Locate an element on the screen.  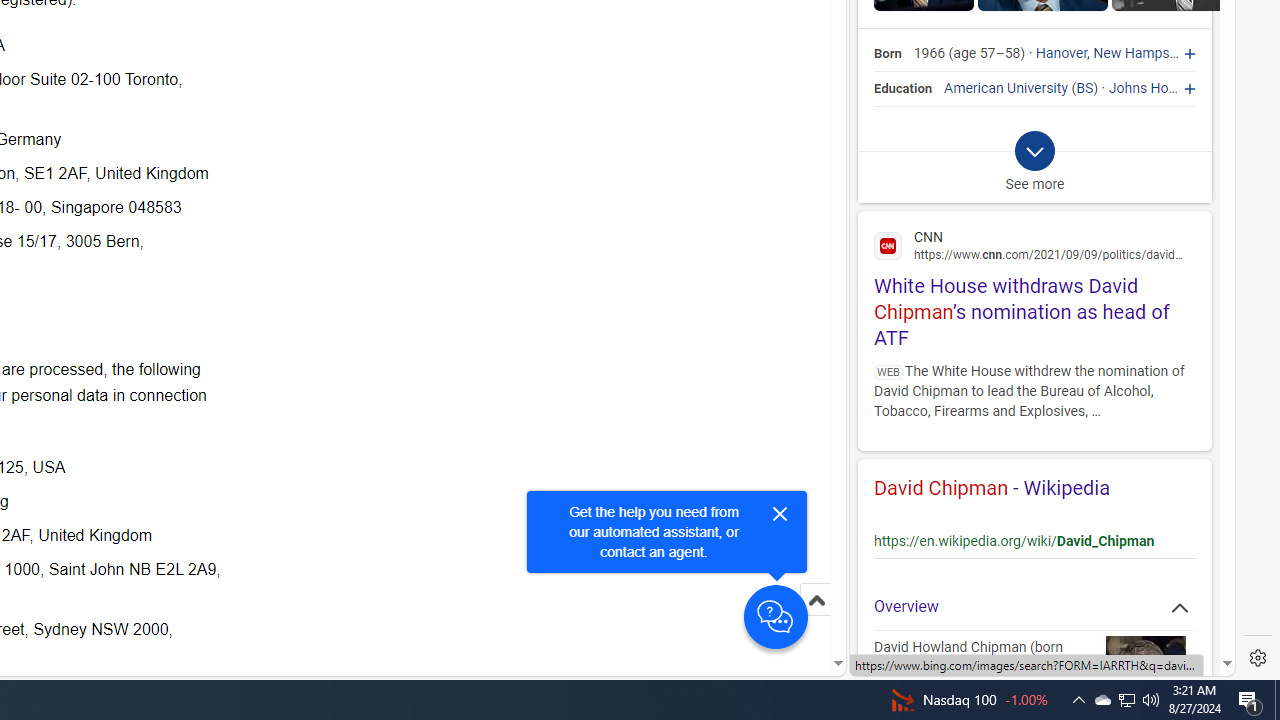
'Class: b_exp_chevron_svg b_expmob_chev' is located at coordinates (1034, 150).